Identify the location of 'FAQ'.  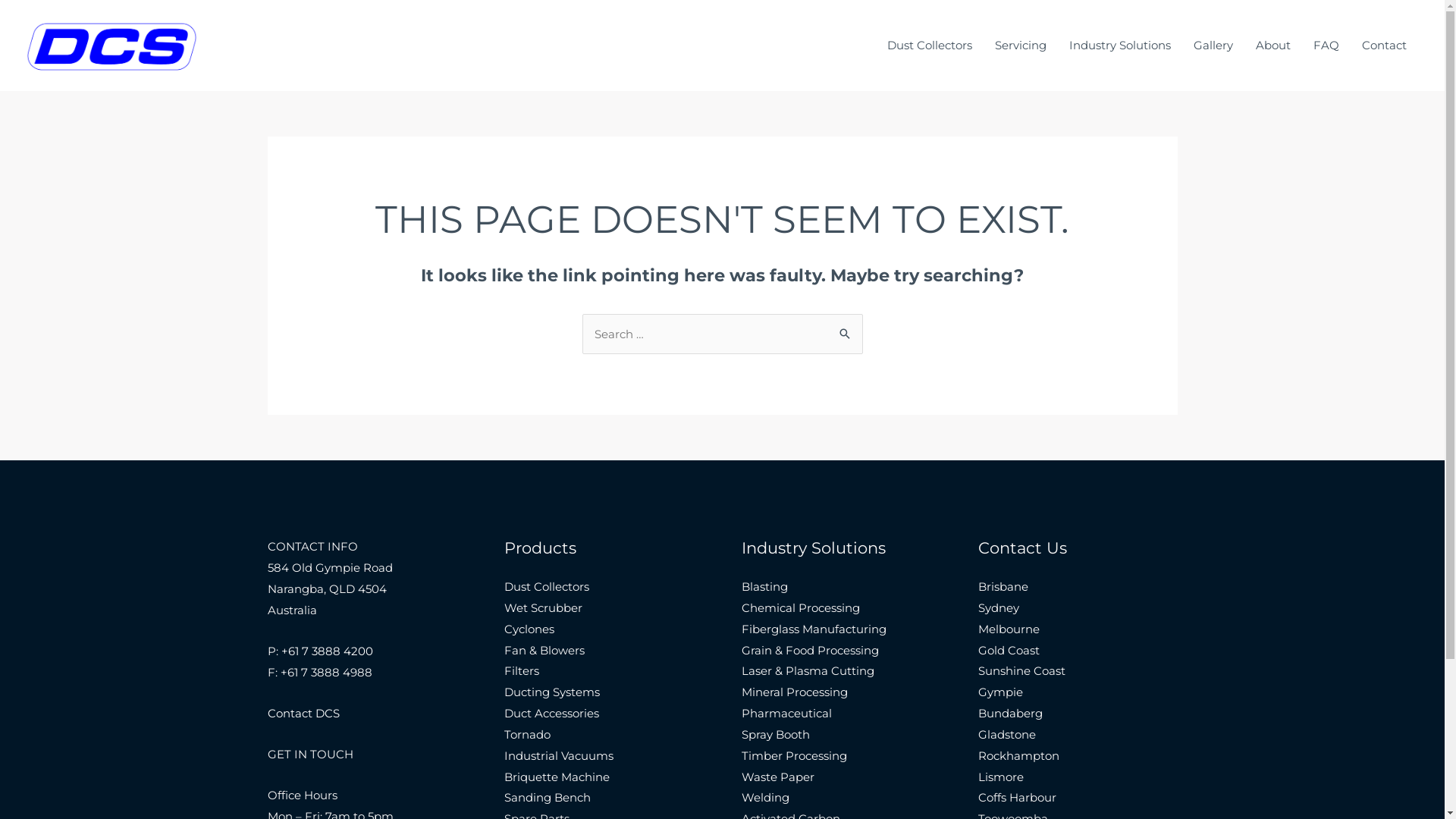
(1325, 45).